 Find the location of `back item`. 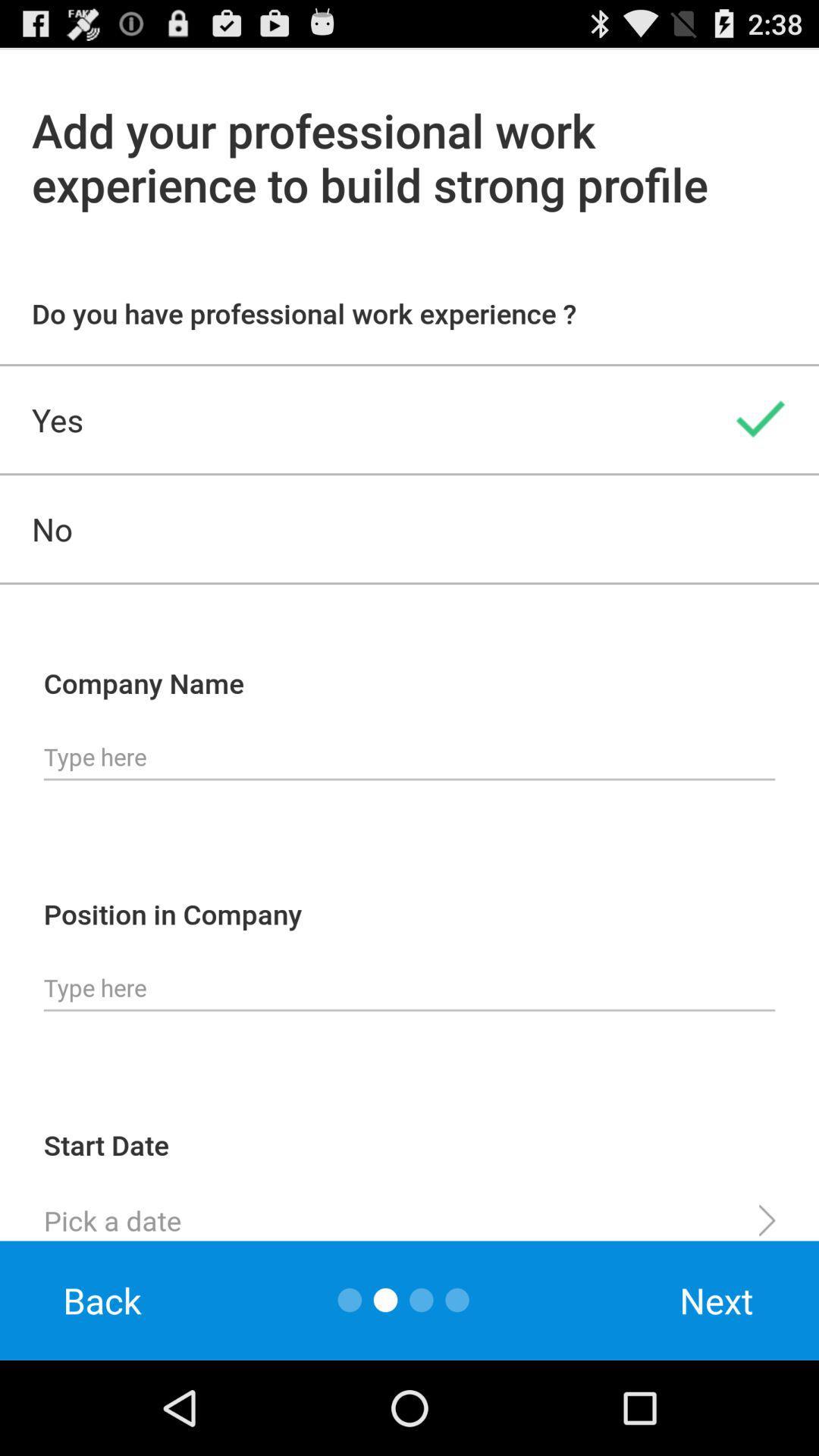

back item is located at coordinates (102, 1300).